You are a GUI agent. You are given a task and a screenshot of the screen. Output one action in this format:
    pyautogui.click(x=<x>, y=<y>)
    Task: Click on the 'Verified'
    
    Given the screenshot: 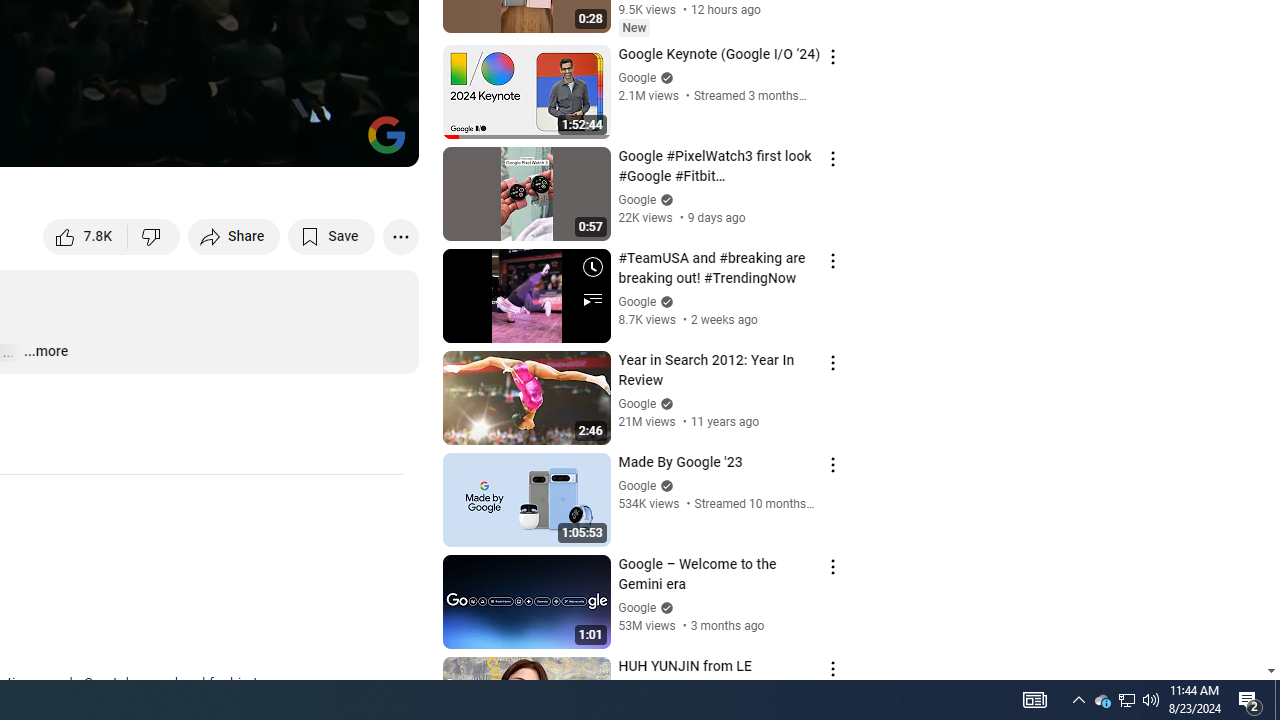 What is the action you would take?
    pyautogui.click(x=664, y=606)
    